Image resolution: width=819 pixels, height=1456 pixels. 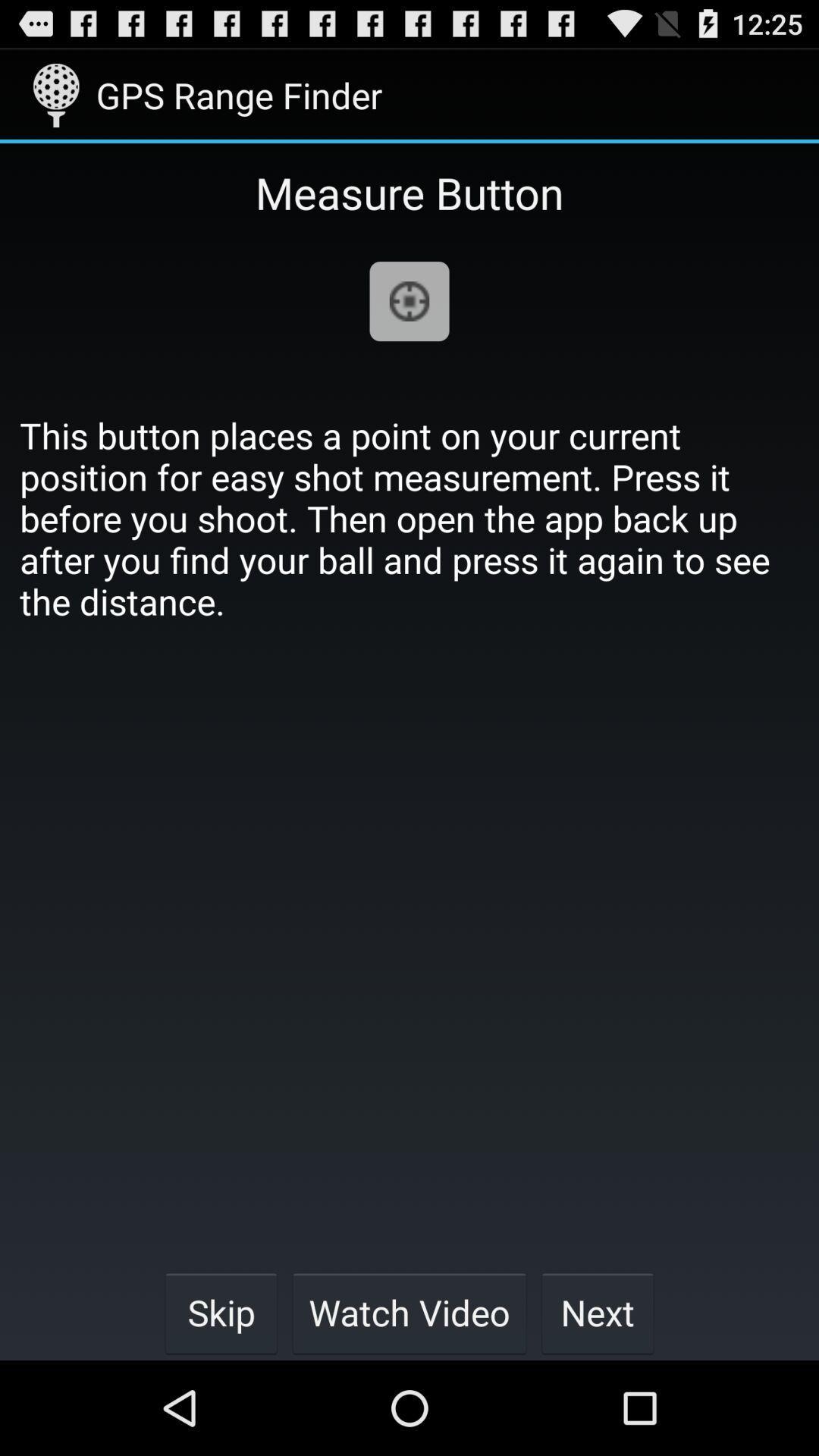 I want to click on next item, so click(x=597, y=1312).